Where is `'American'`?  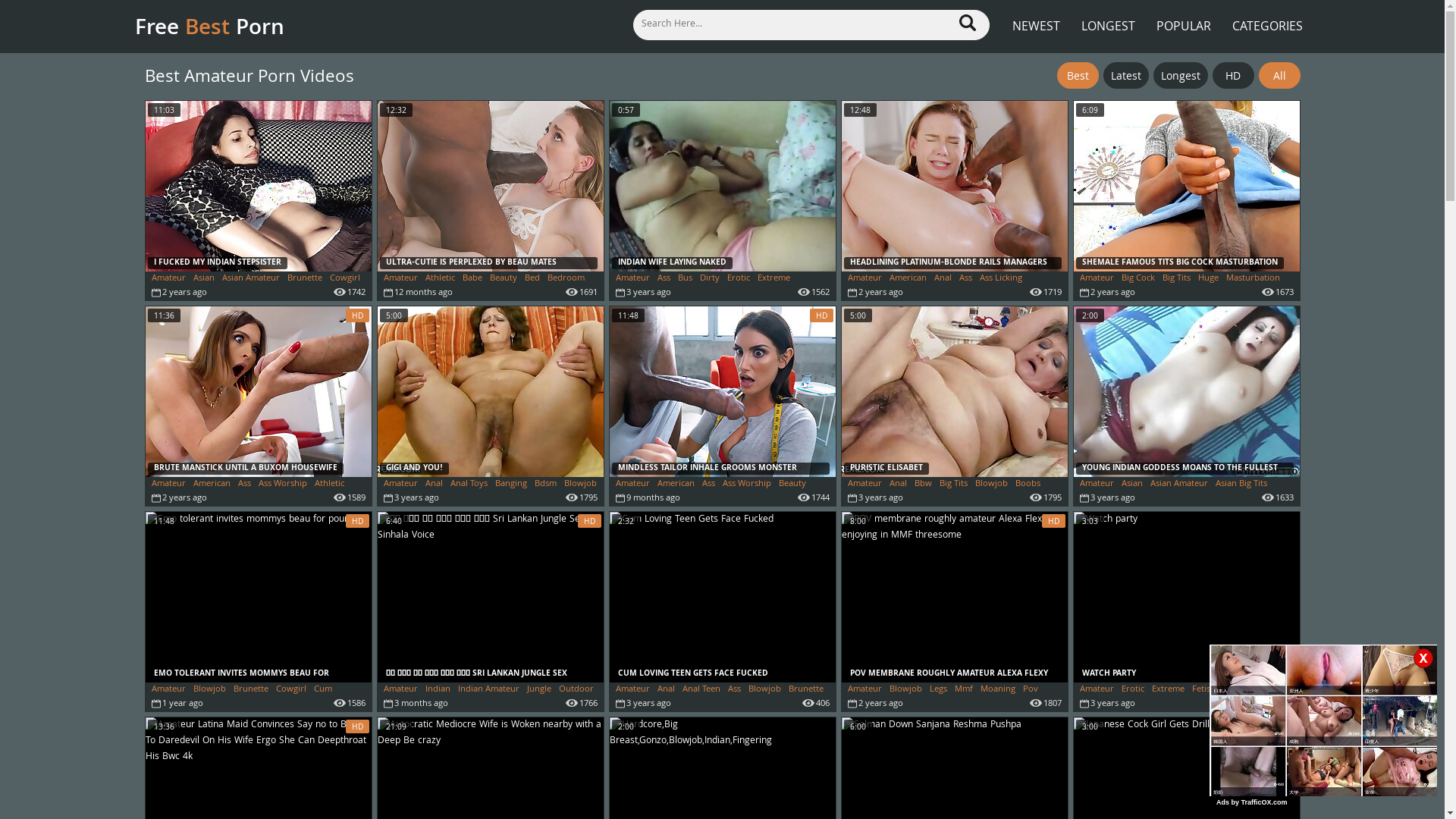
'American' is located at coordinates (210, 484).